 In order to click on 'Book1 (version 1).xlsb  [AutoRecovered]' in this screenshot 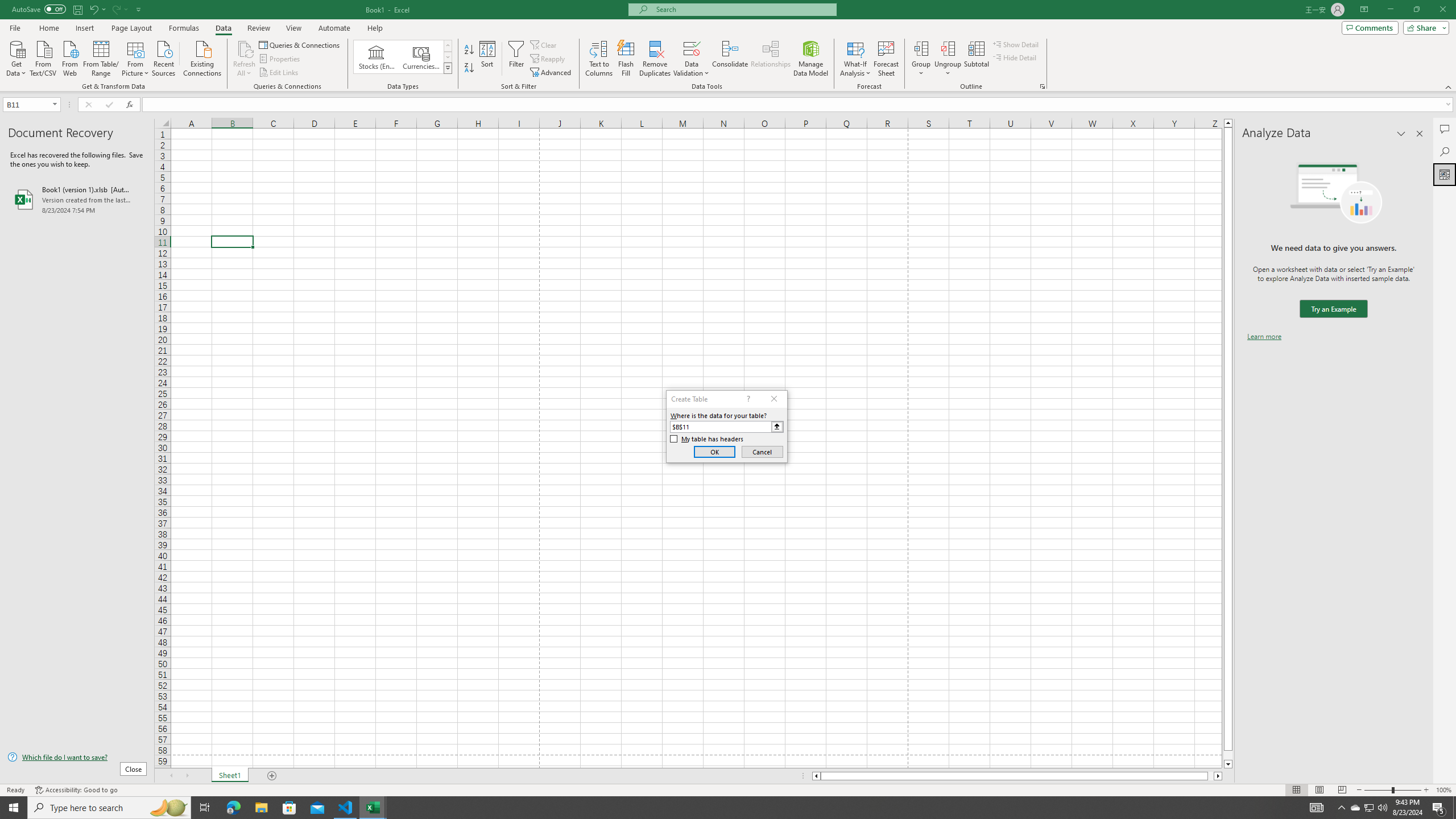, I will do `click(76, 198)`.